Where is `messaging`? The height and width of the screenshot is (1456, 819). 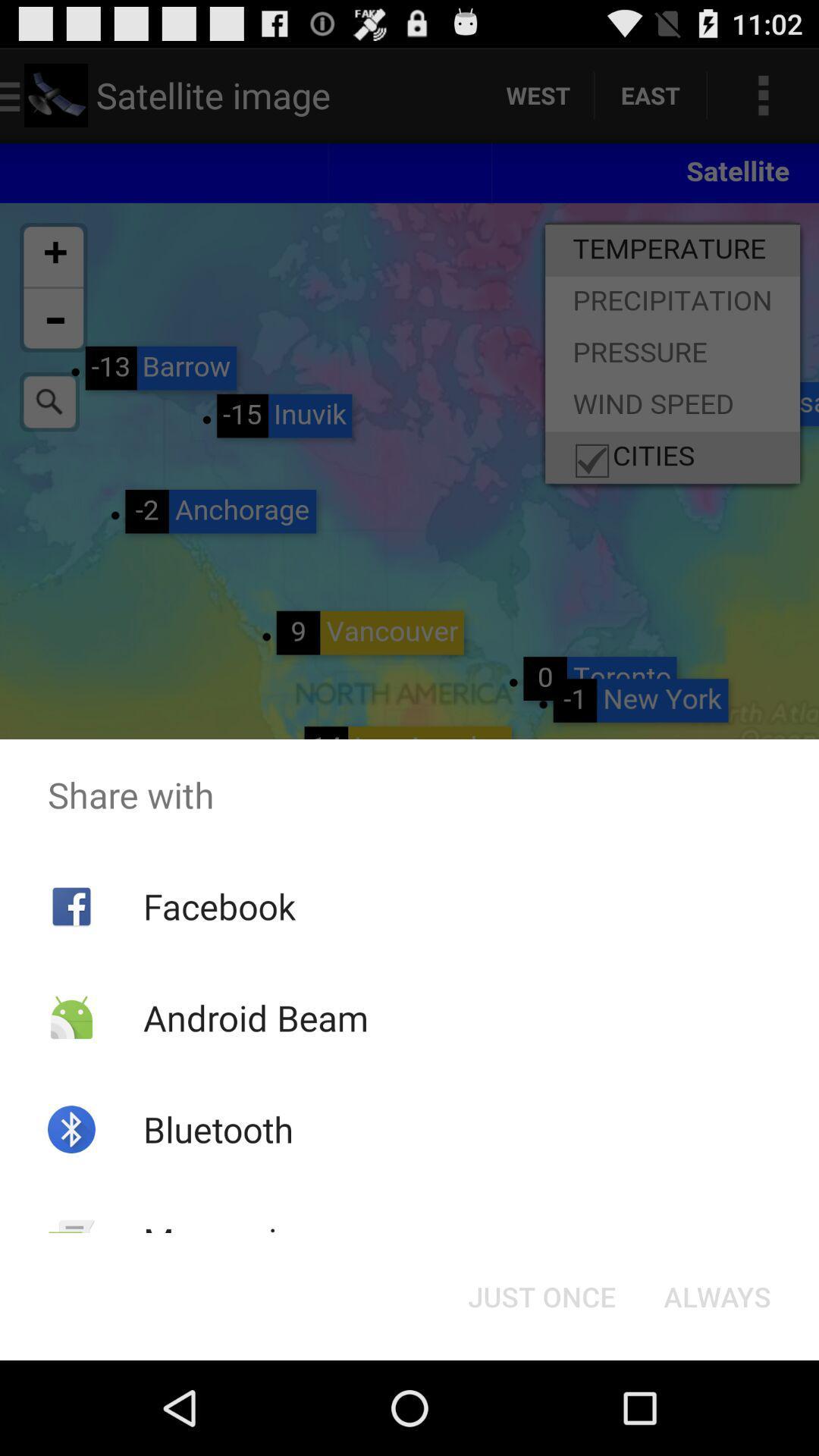 messaging is located at coordinates (230, 1241).